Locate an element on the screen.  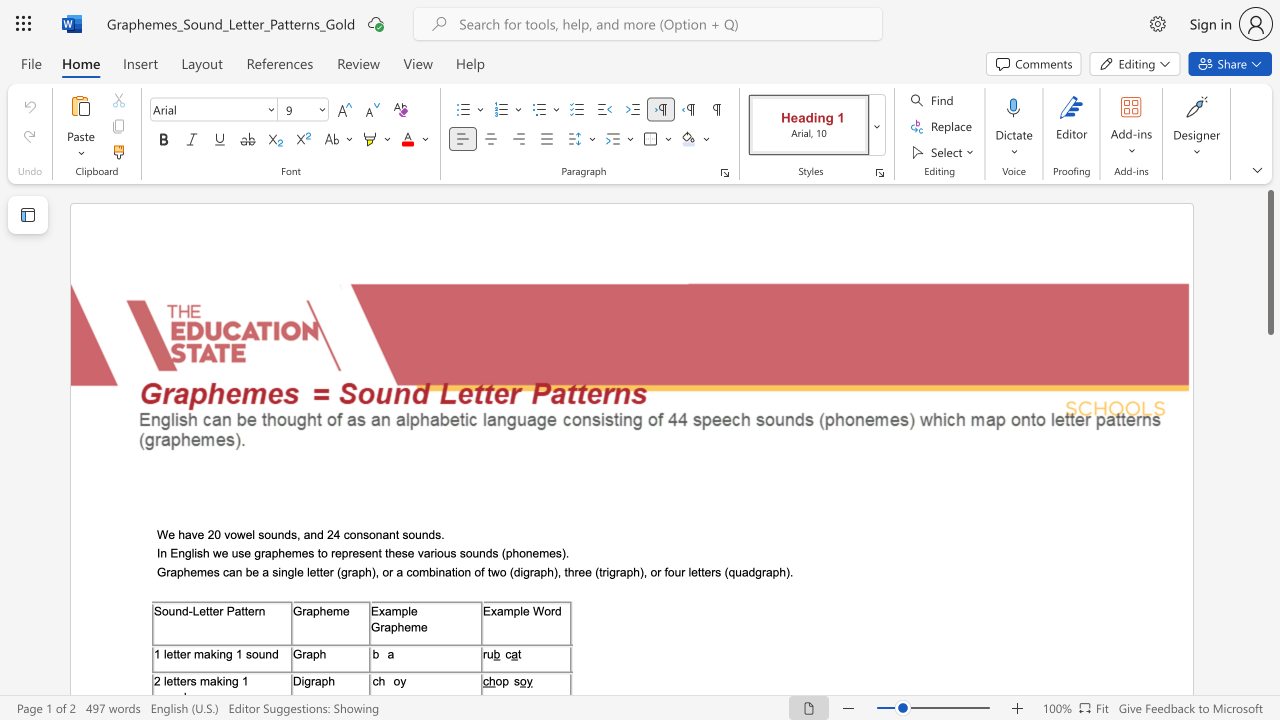
the scrollbar on the right to move the page downward is located at coordinates (1269, 348).